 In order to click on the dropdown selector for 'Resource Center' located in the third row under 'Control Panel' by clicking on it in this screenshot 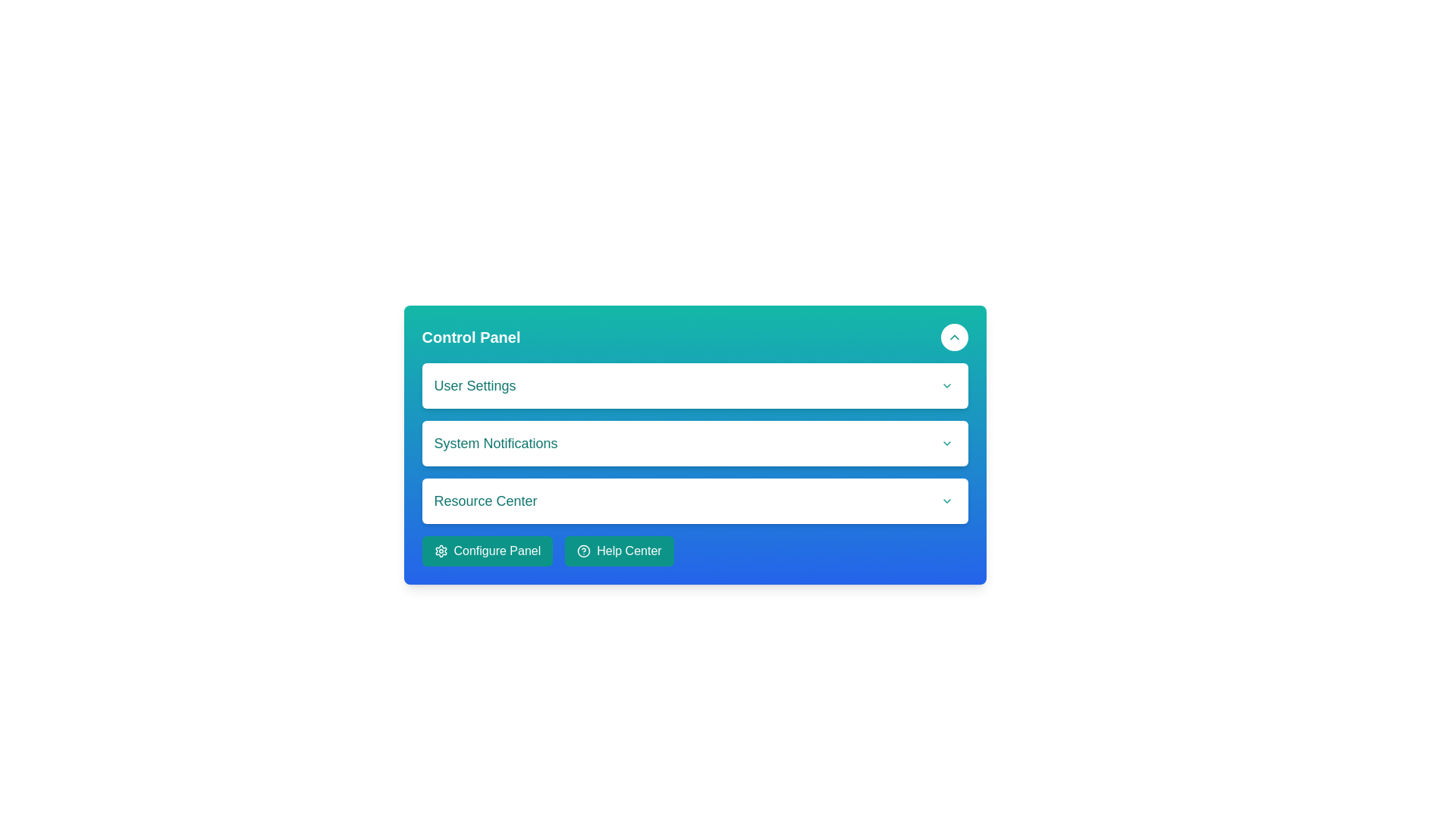, I will do `click(694, 500)`.